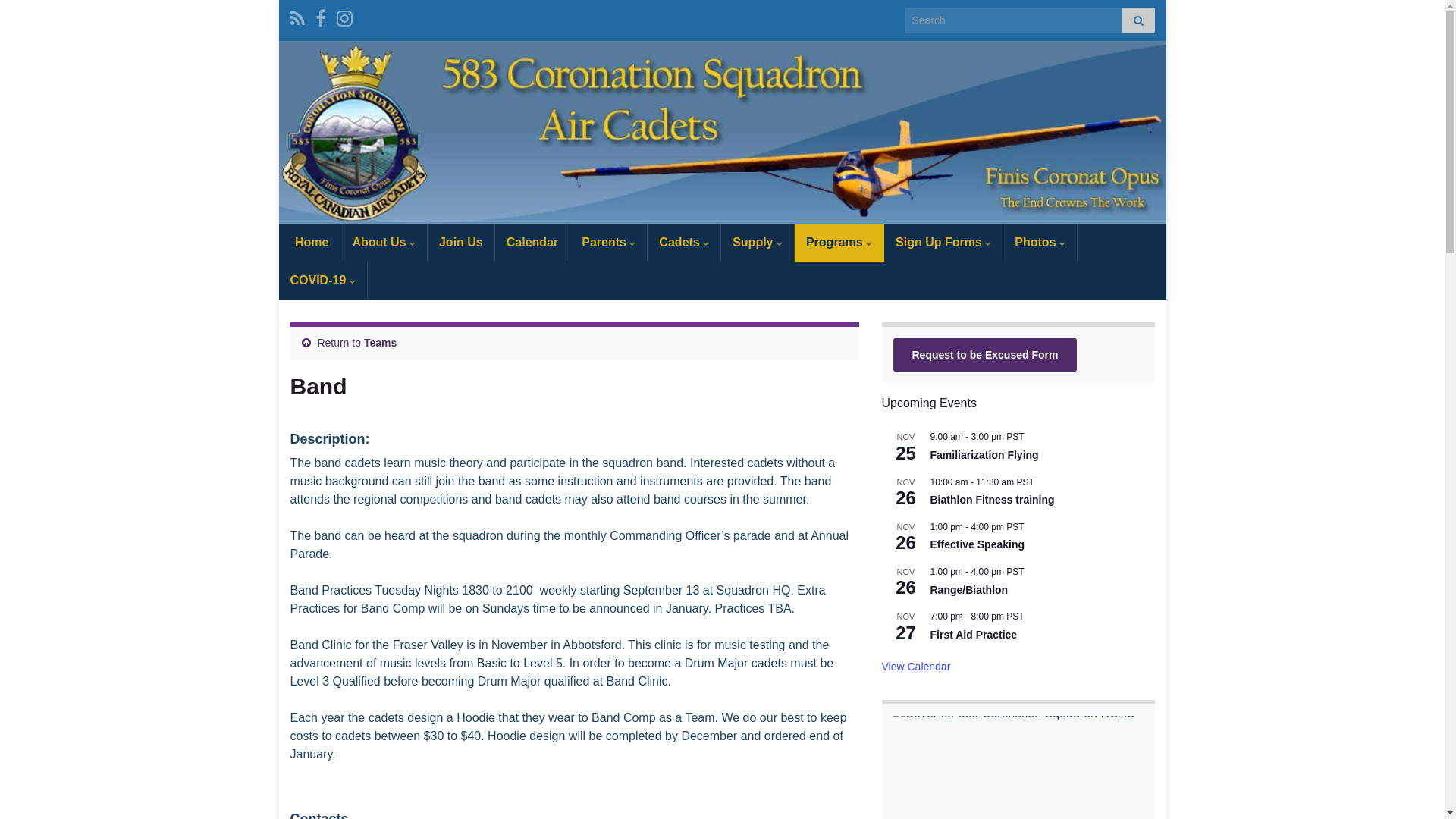  I want to click on 'Supply', so click(720, 242).